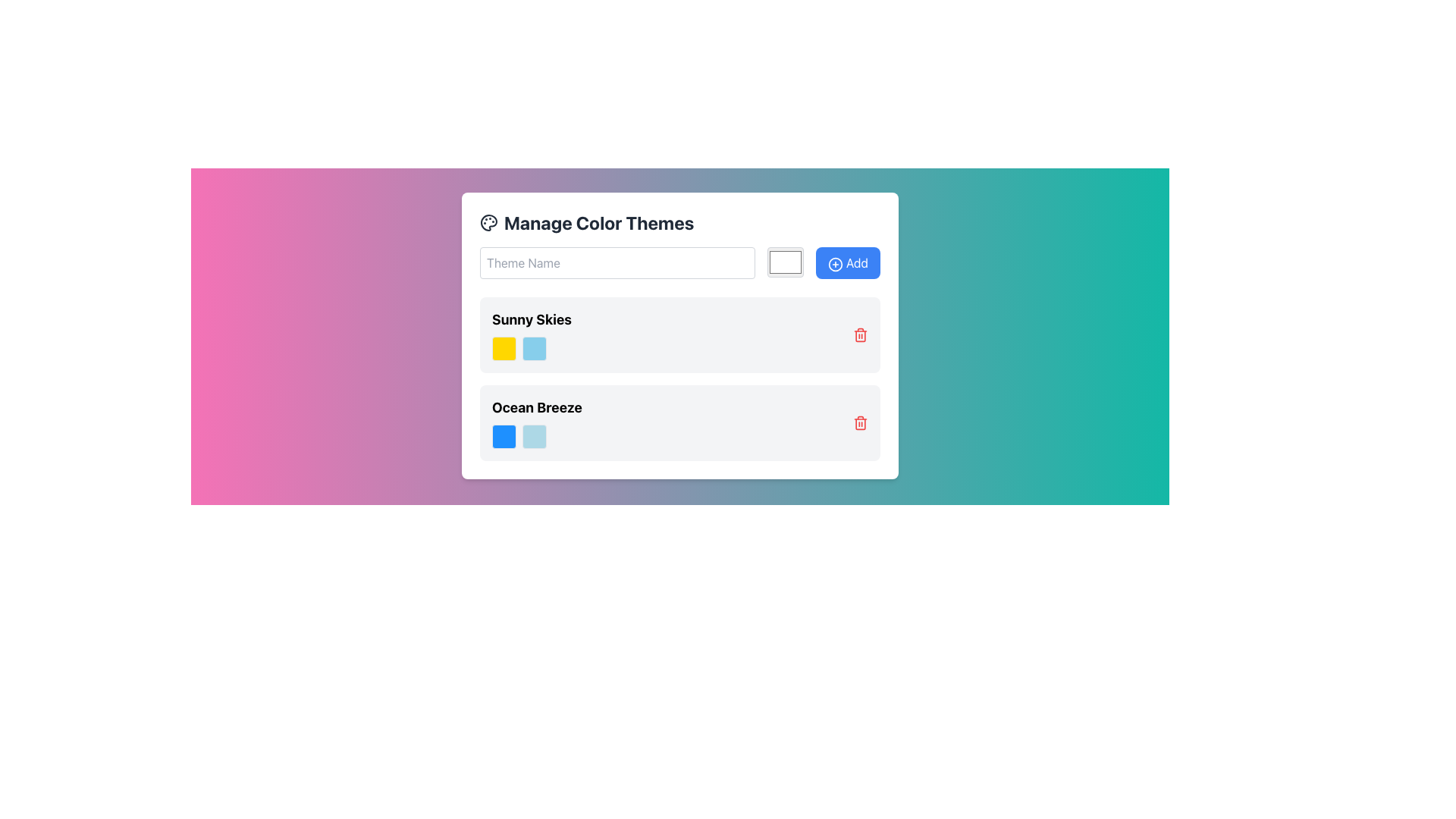 This screenshot has height=819, width=1456. What do you see at coordinates (834, 263) in the screenshot?
I see `the circular icon with a plus sign (+) inside, located within the blue 'Add' button at the top-right section of the card to initiate the add functionality` at bounding box center [834, 263].